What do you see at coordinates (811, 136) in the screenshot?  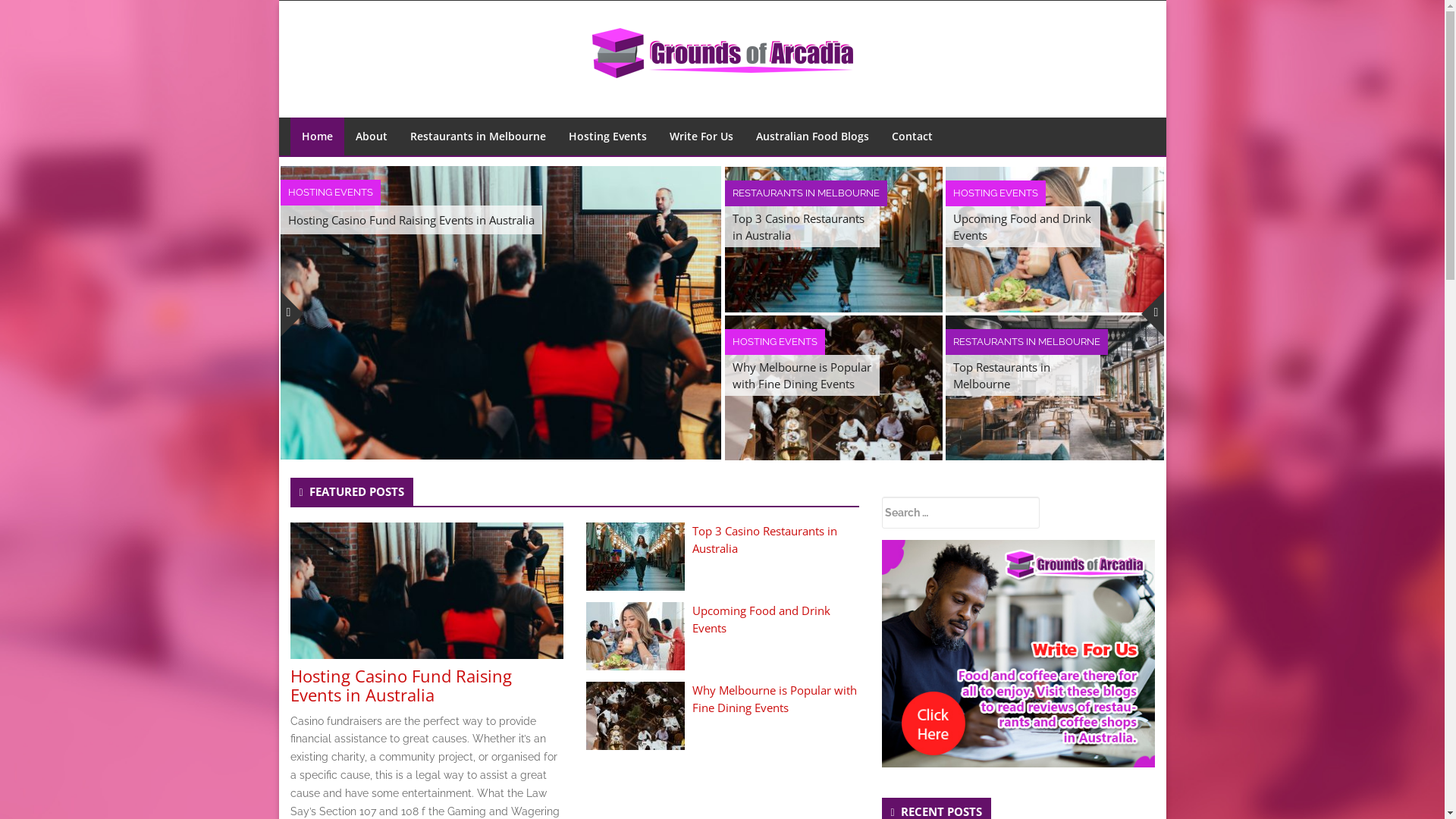 I see `'Australian Food Blogs'` at bounding box center [811, 136].